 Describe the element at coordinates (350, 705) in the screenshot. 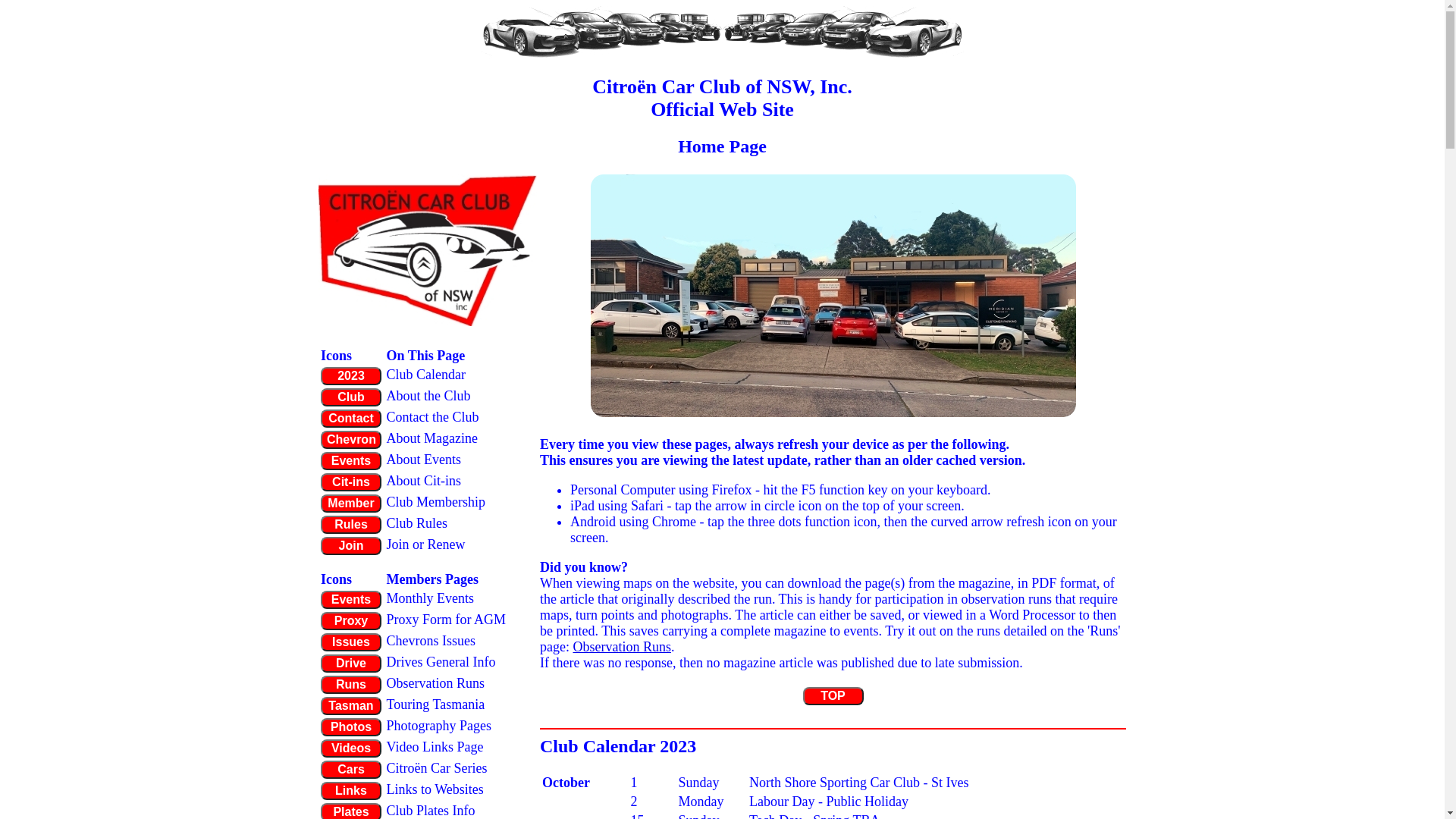

I see `'Tasman'` at that location.